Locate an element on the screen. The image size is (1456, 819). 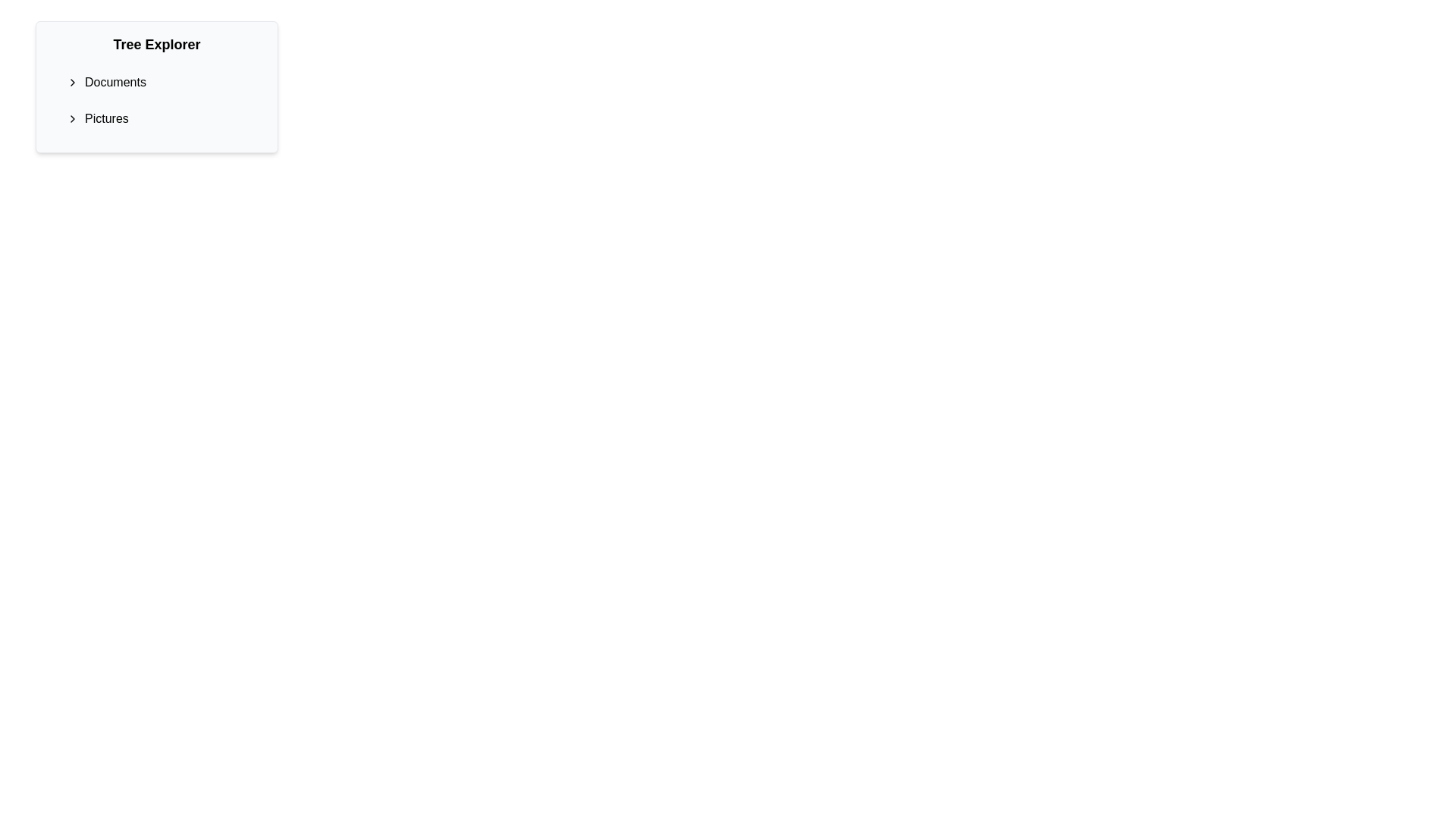
the chevron-shaped icon with a right-pointing arrow located to the left of the 'Pictures' label in the 'Tree Explorer' component is located at coordinates (75, 118).